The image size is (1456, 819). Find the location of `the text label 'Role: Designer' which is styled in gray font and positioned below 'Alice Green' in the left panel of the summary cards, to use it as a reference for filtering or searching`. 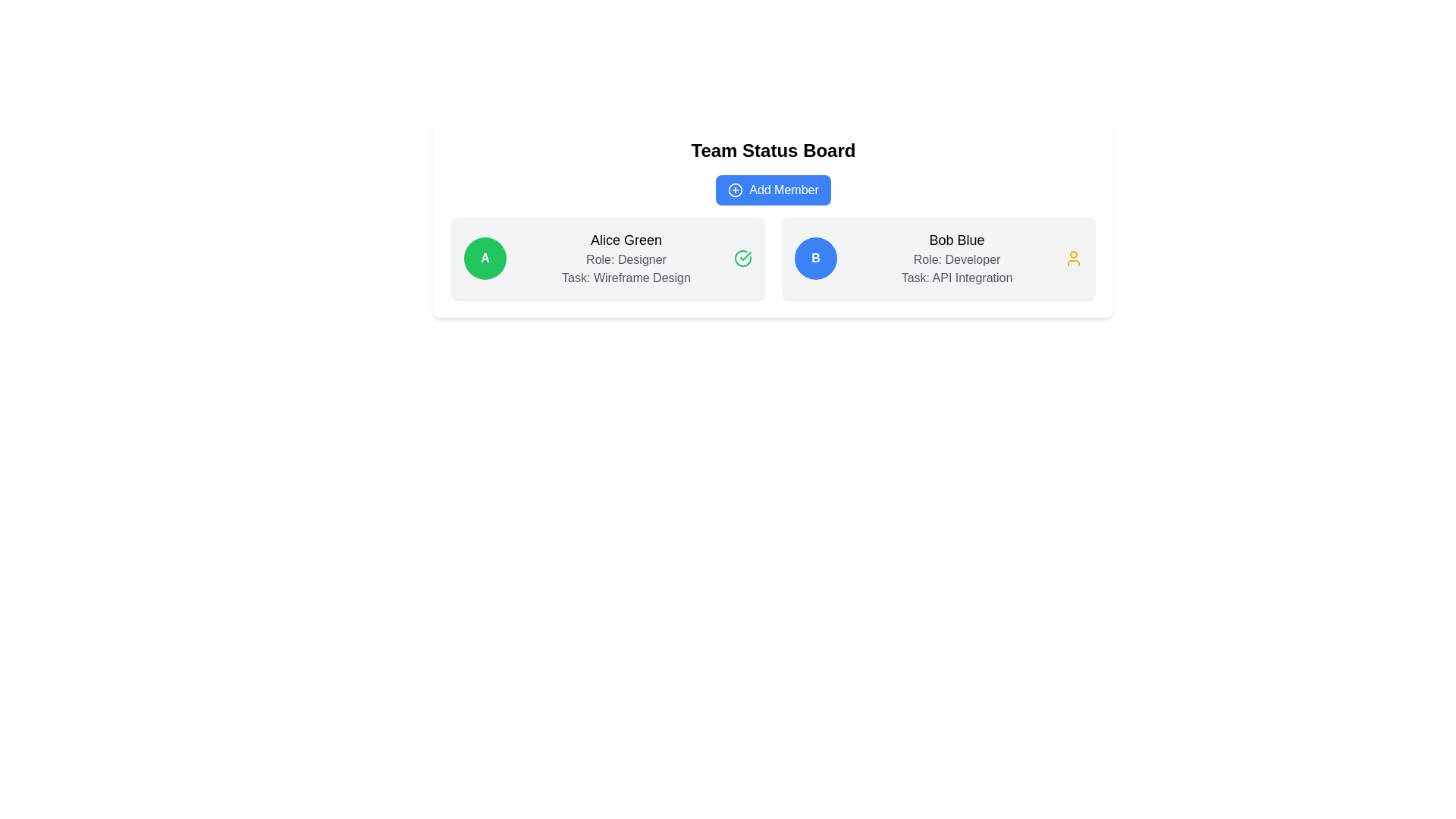

the text label 'Role: Designer' which is styled in gray font and positioned below 'Alice Green' in the left panel of the summary cards, to use it as a reference for filtering or searching is located at coordinates (626, 259).